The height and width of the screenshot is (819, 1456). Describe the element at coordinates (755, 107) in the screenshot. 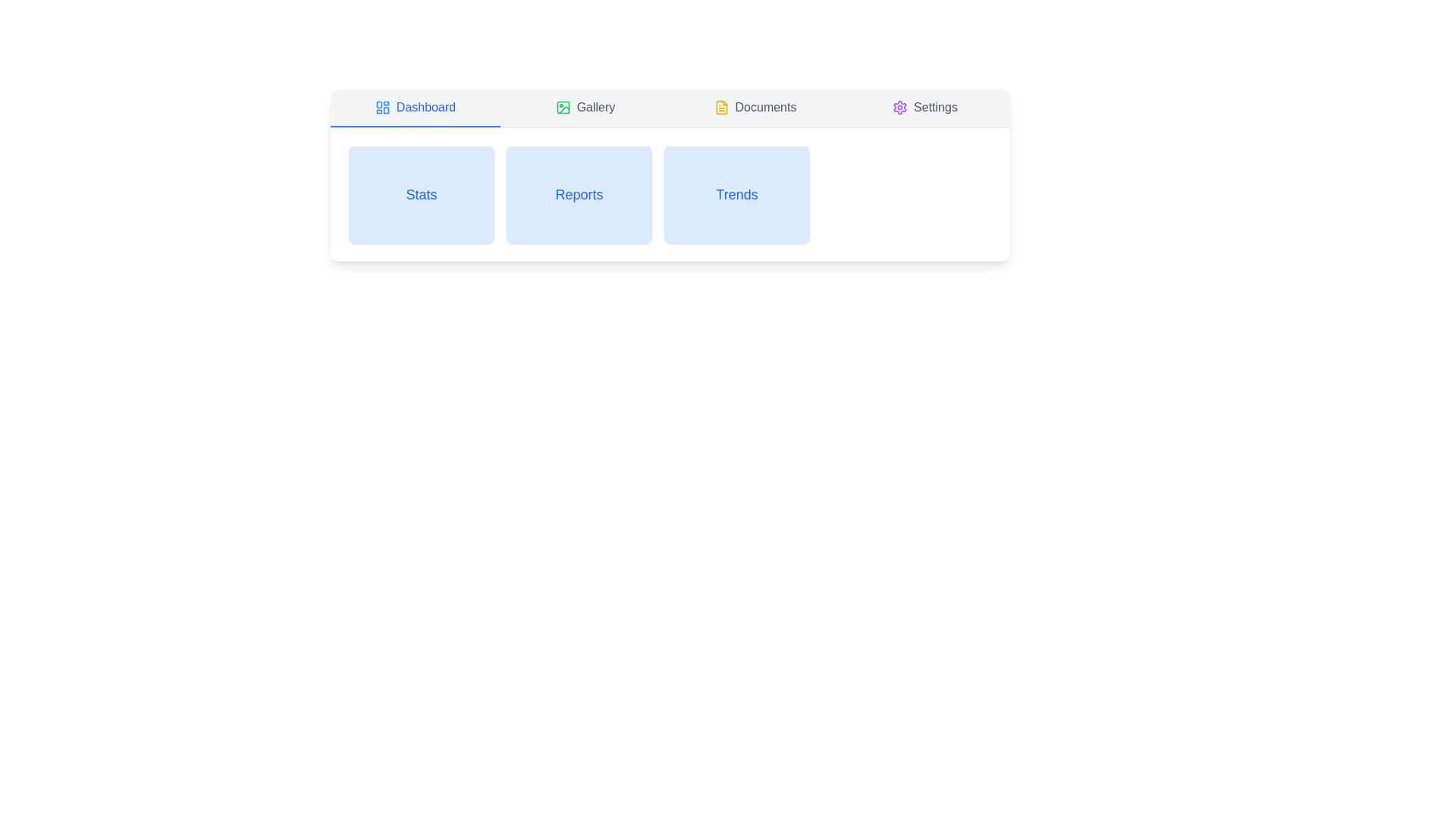

I see `the 'Documents' tab button in the navigation bar` at that location.